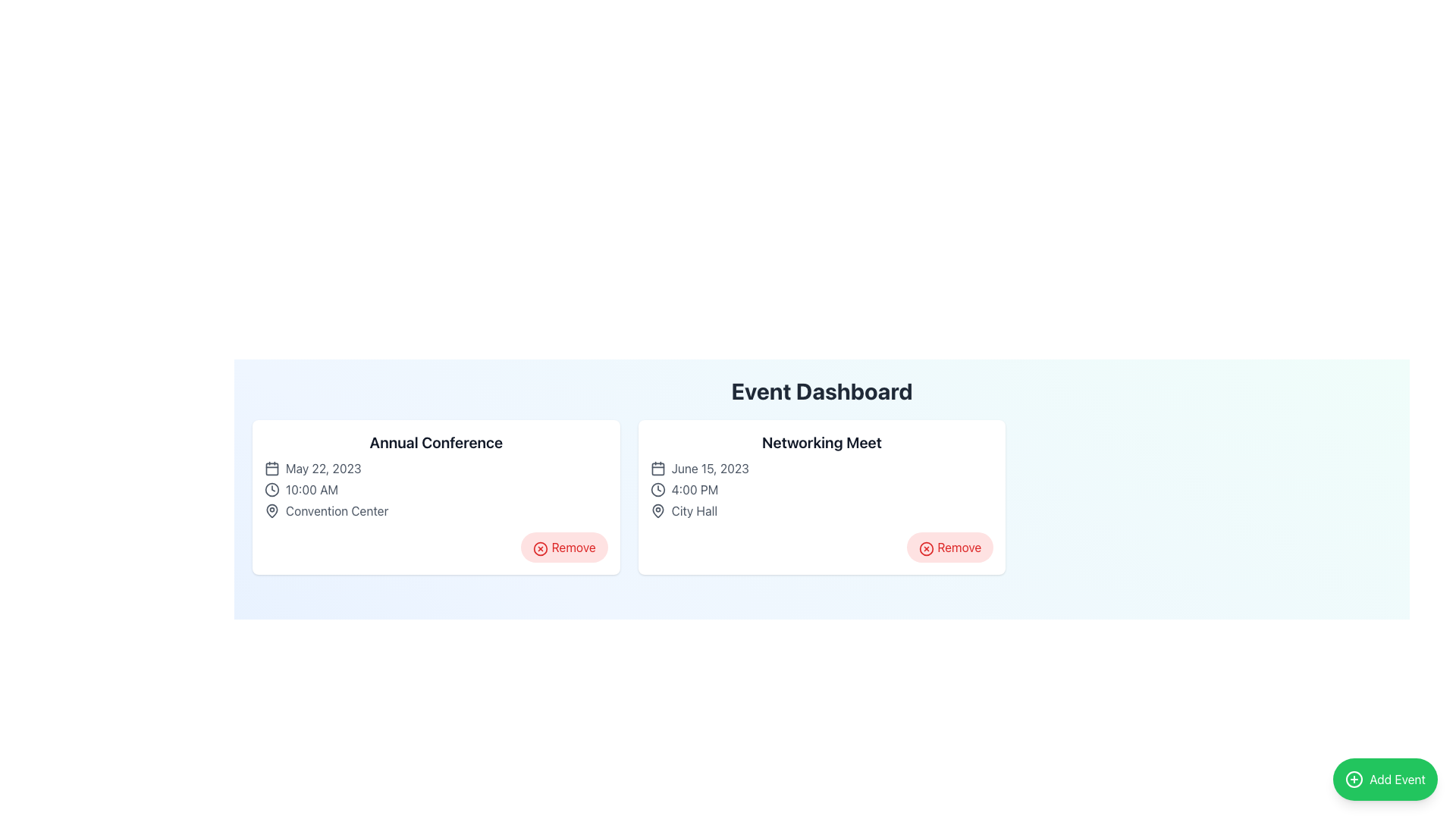 The image size is (1456, 819). What do you see at coordinates (657, 489) in the screenshot?
I see `the circle shape representing the analog clock icon within the 'Networking Meet' card in the Event Dashboard` at bounding box center [657, 489].